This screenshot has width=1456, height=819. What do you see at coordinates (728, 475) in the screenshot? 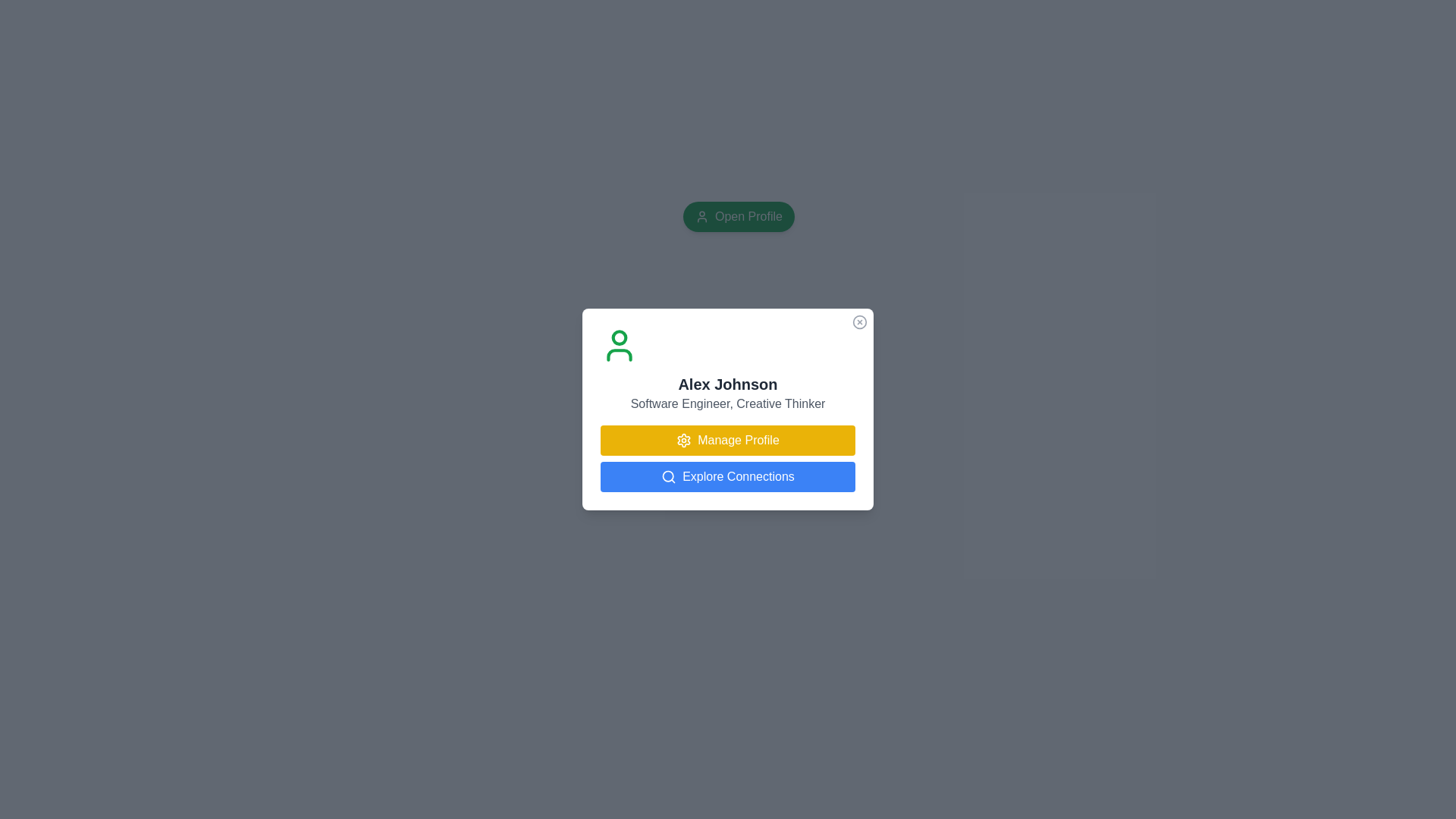
I see `the rectangular button with rounded corners that has a blue background and white text reading 'Explore Connections'` at bounding box center [728, 475].